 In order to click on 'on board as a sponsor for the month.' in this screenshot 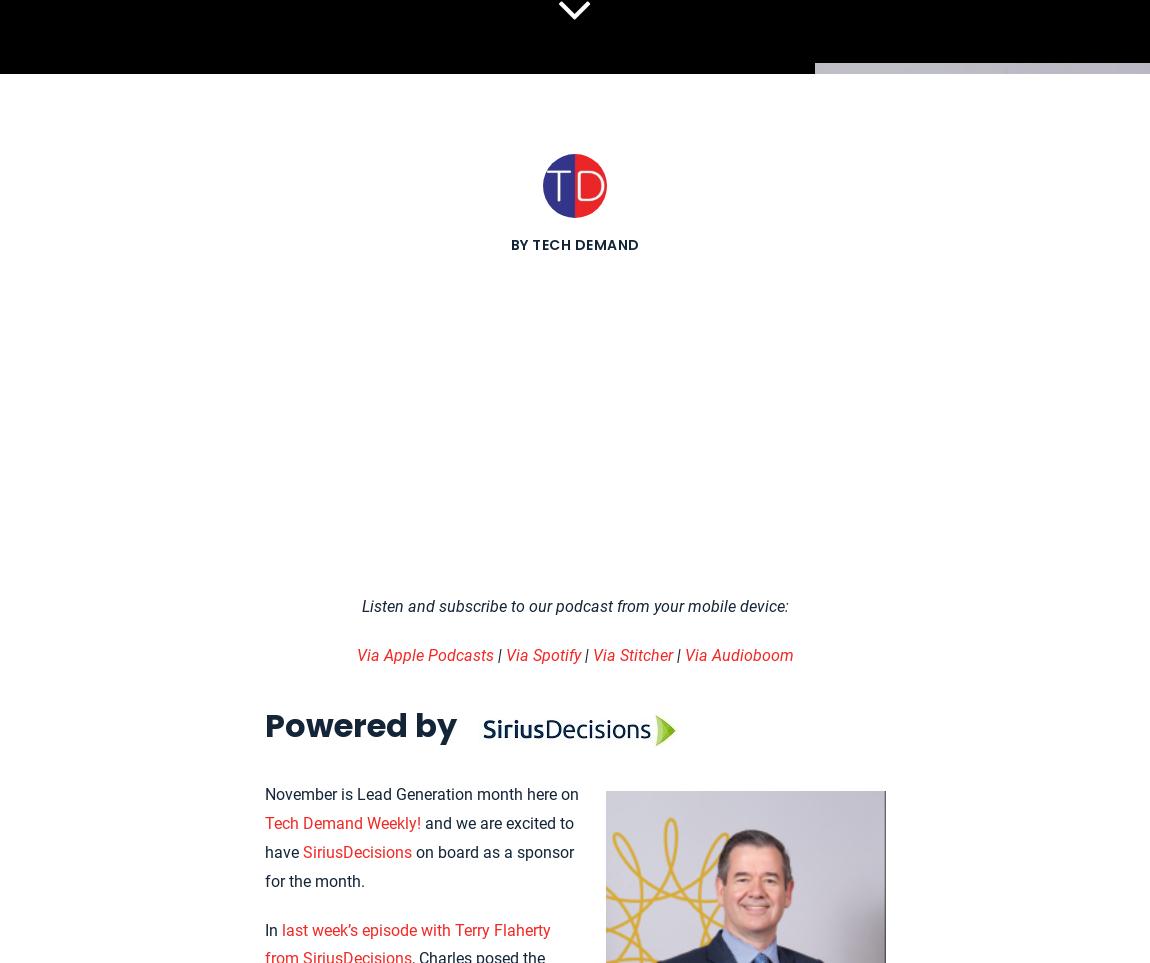, I will do `click(418, 866)`.